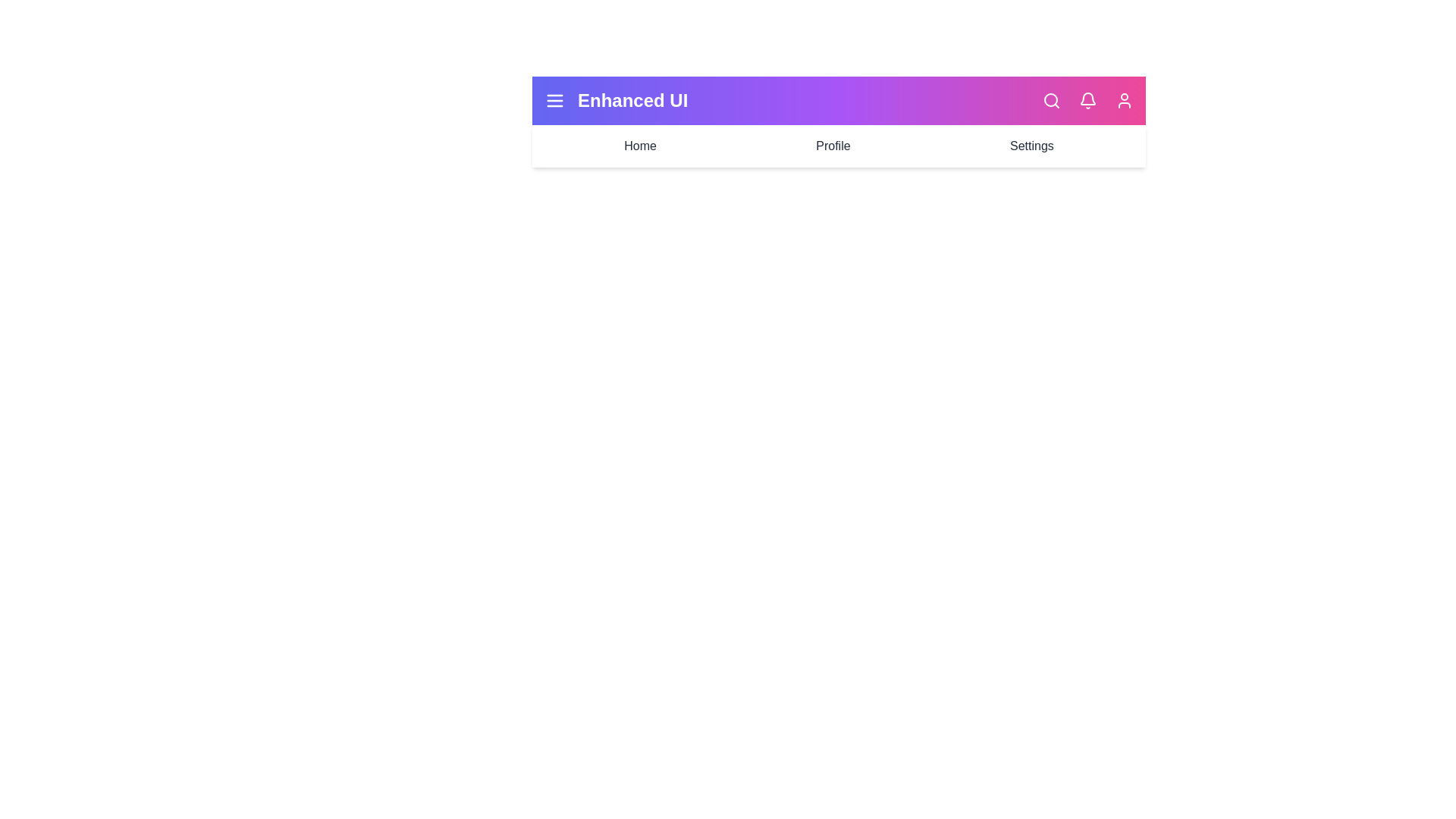  I want to click on the User icon in the EnhancedAppBar, so click(1125, 100).